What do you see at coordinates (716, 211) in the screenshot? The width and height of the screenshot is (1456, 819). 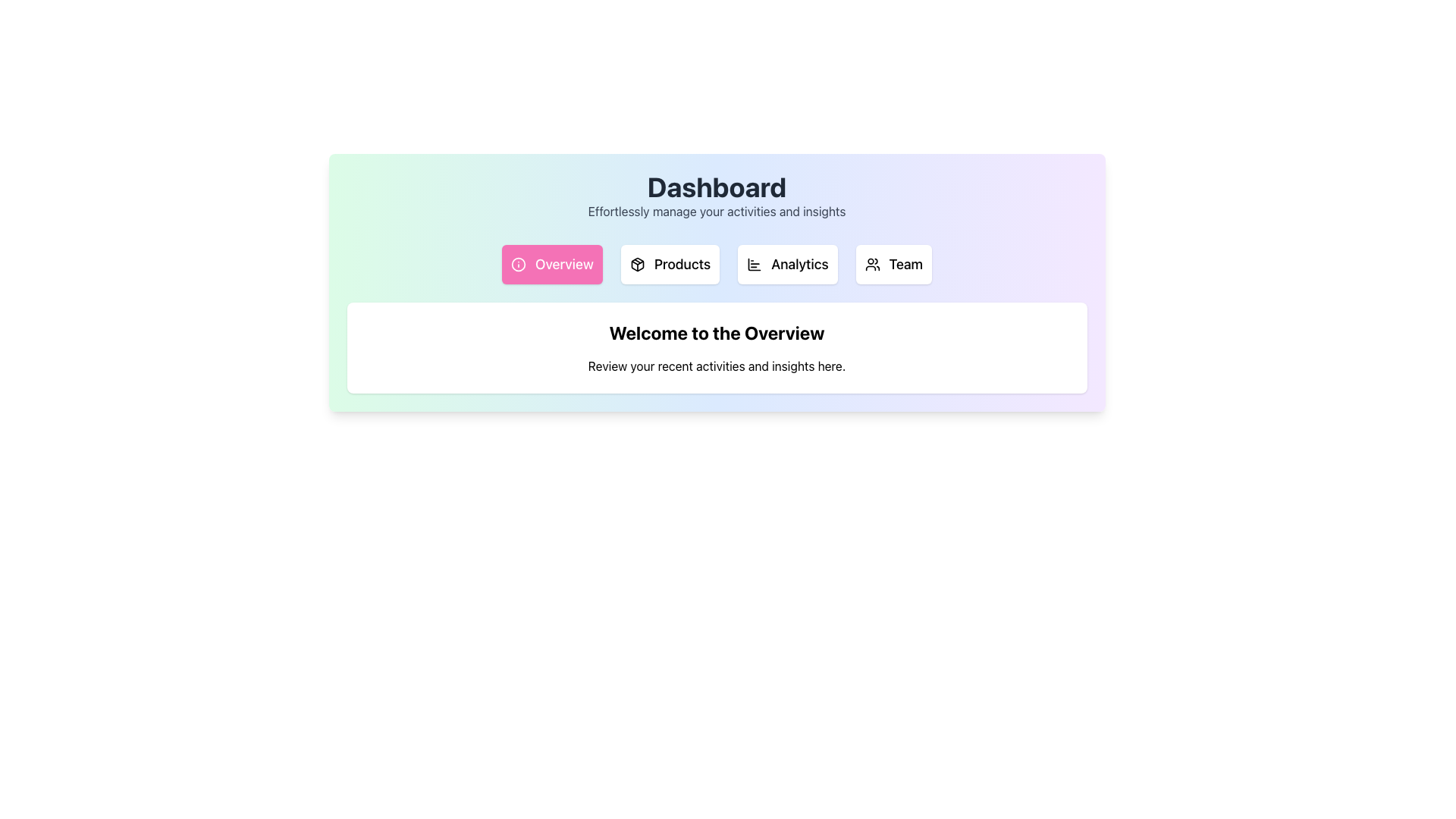 I see `the text label displaying 'Effortlessly manage your activities and insights', which is styled in medium gray (#707070) and positioned below the 'Dashboard' header` at bounding box center [716, 211].